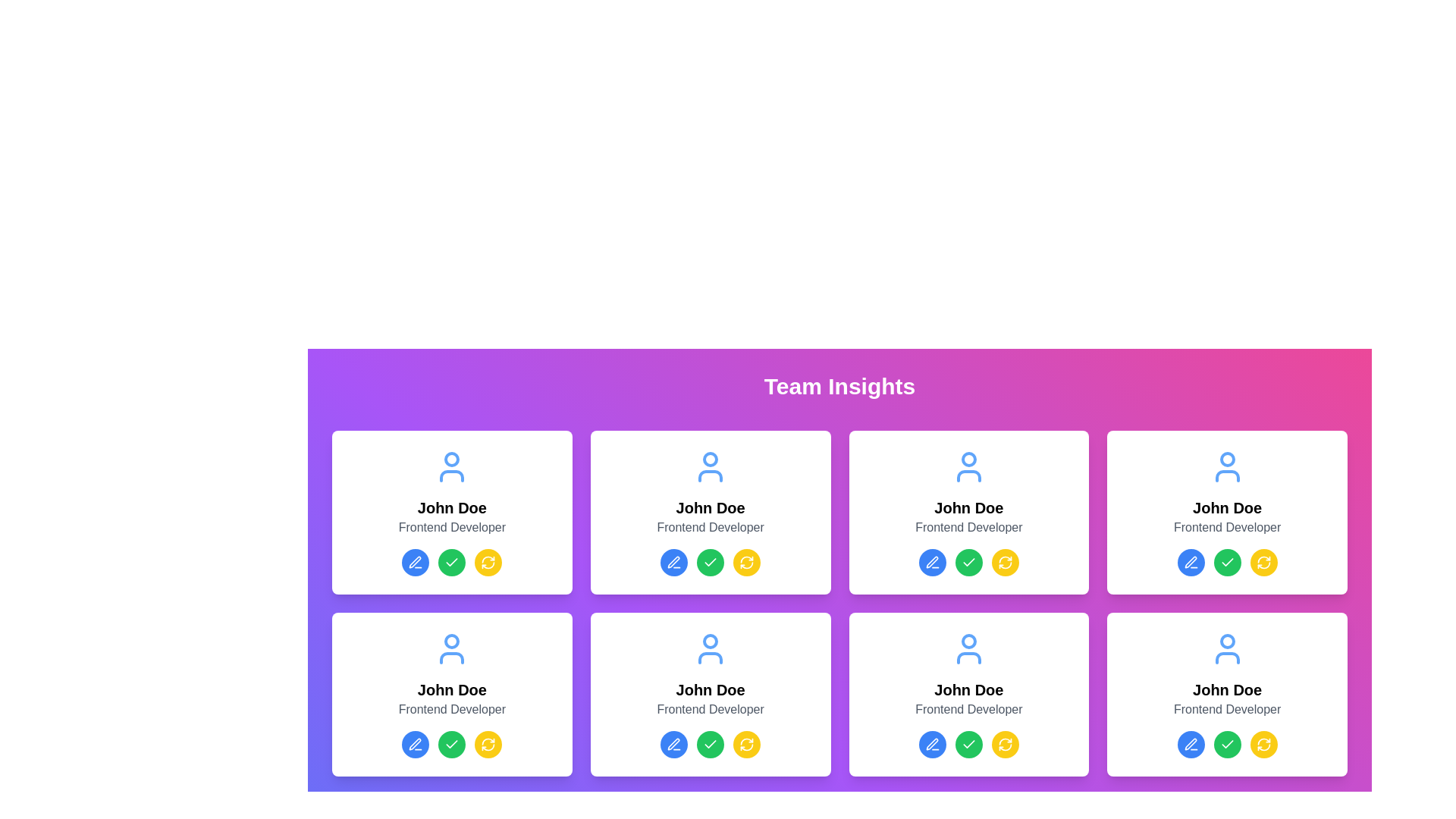 Image resolution: width=1456 pixels, height=819 pixels. I want to click on the 'Edit' button for the associated user's profile, located in the first row and fourth column of the action buttons, so click(1190, 562).